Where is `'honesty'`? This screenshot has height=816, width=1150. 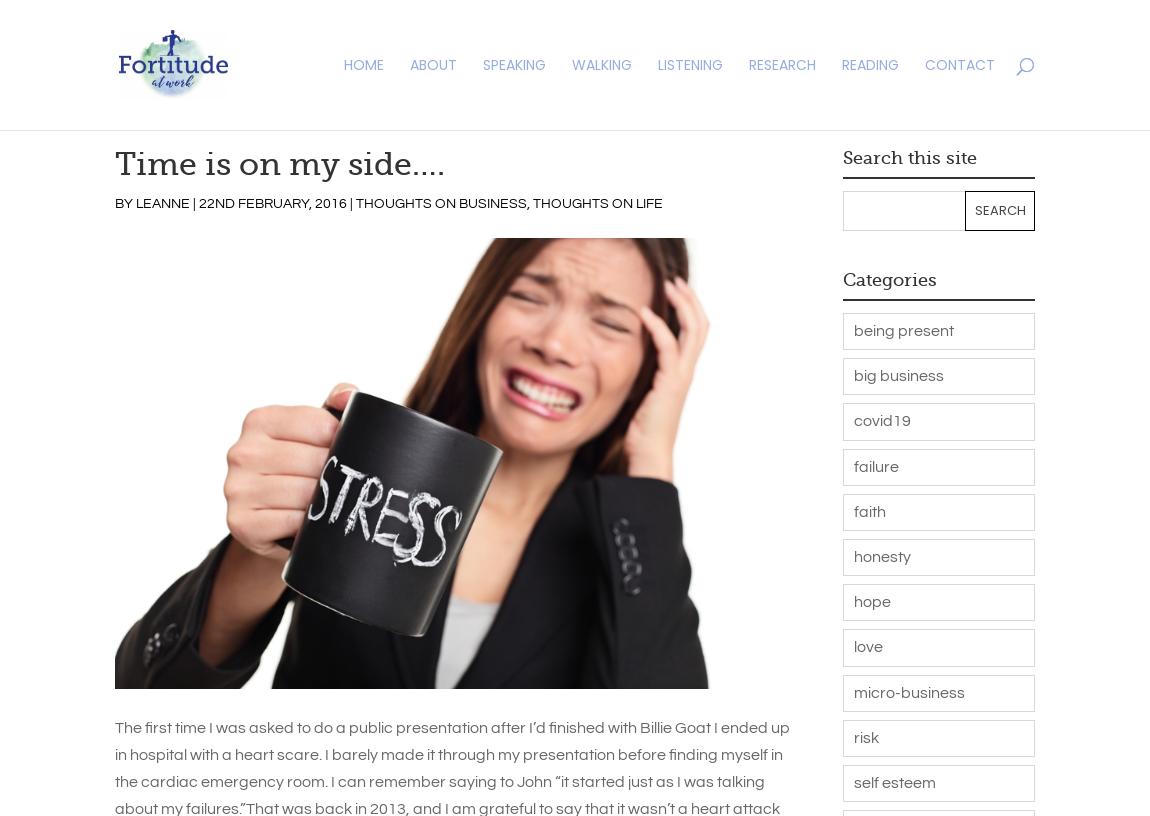
'honesty' is located at coordinates (881, 556).